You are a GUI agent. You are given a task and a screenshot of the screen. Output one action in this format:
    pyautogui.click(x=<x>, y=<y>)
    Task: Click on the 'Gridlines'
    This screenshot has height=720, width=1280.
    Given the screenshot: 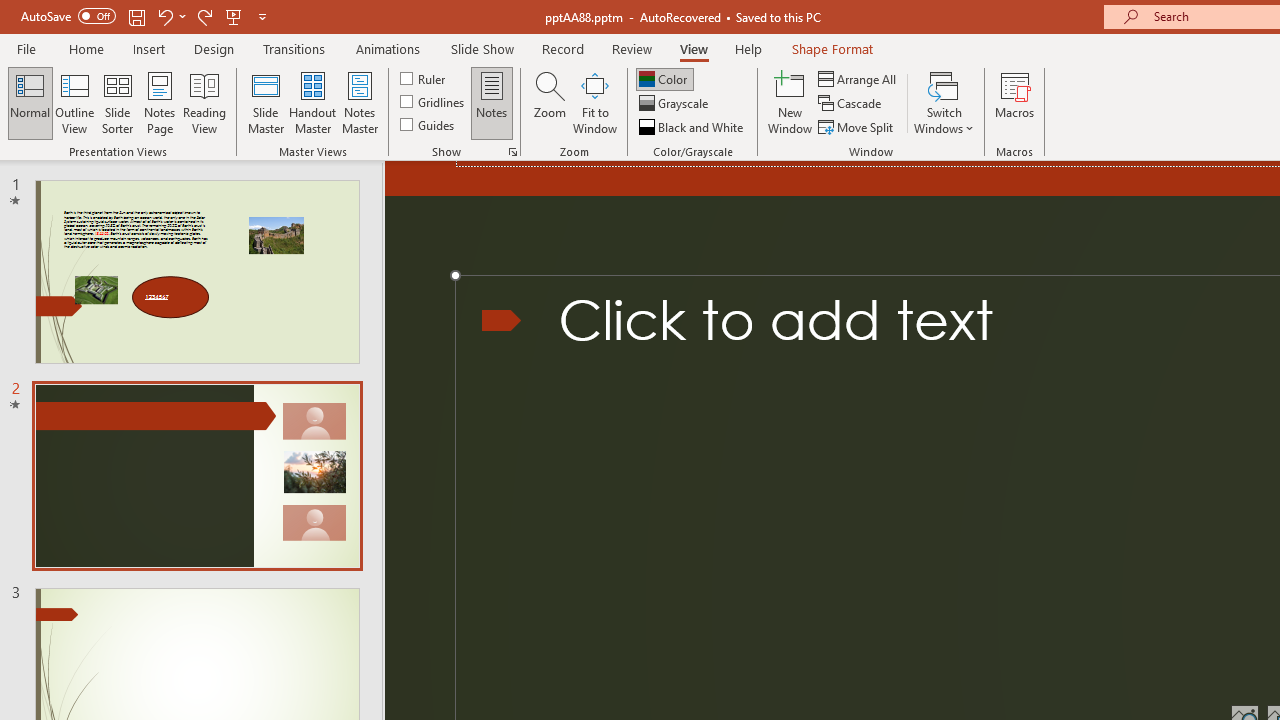 What is the action you would take?
    pyautogui.click(x=432, y=101)
    